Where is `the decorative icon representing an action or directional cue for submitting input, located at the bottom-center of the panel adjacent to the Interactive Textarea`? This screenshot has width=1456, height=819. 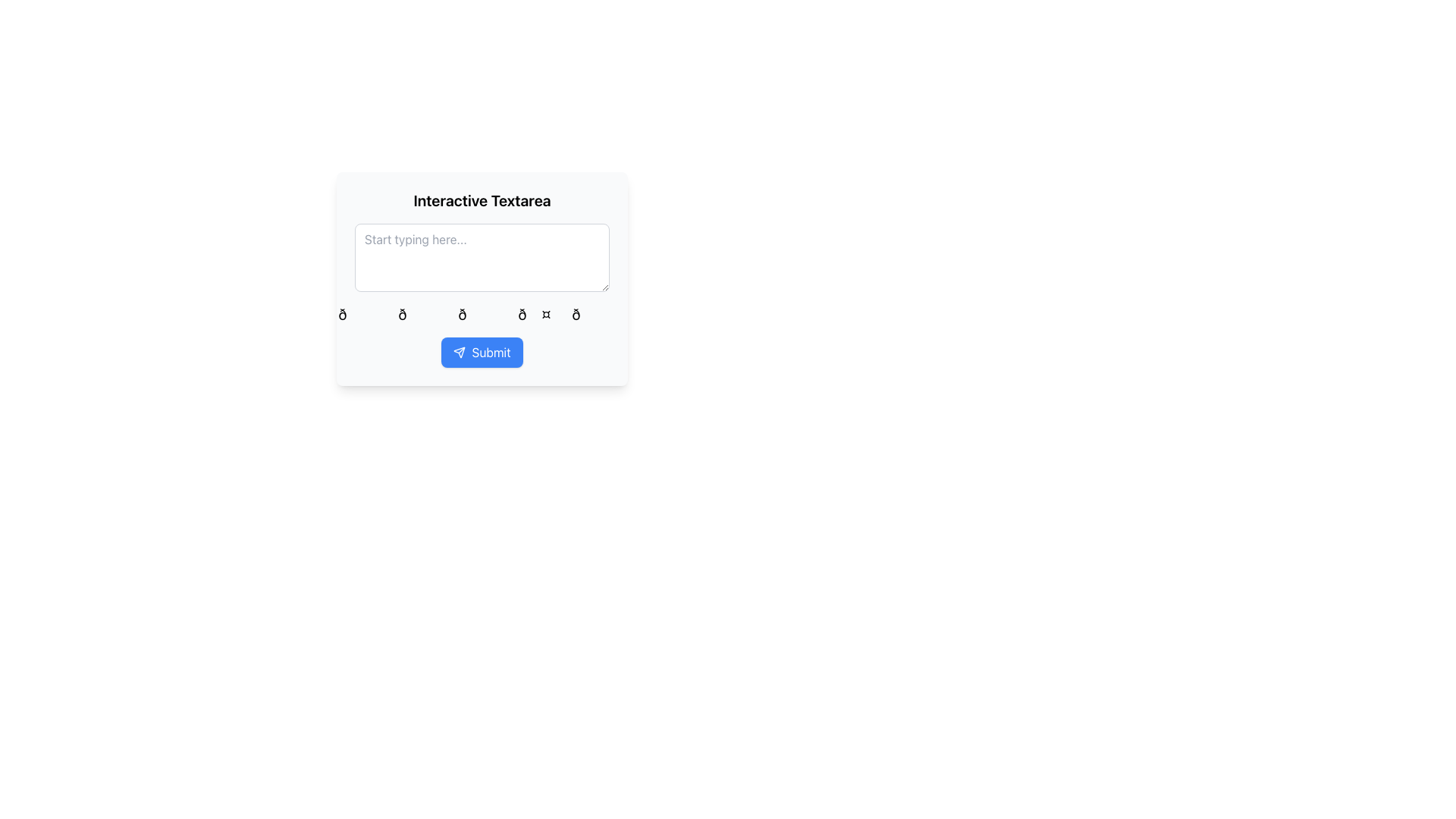 the decorative icon representing an action or directional cue for submitting input, located at the bottom-center of the panel adjacent to the Interactive Textarea is located at coordinates (459, 353).